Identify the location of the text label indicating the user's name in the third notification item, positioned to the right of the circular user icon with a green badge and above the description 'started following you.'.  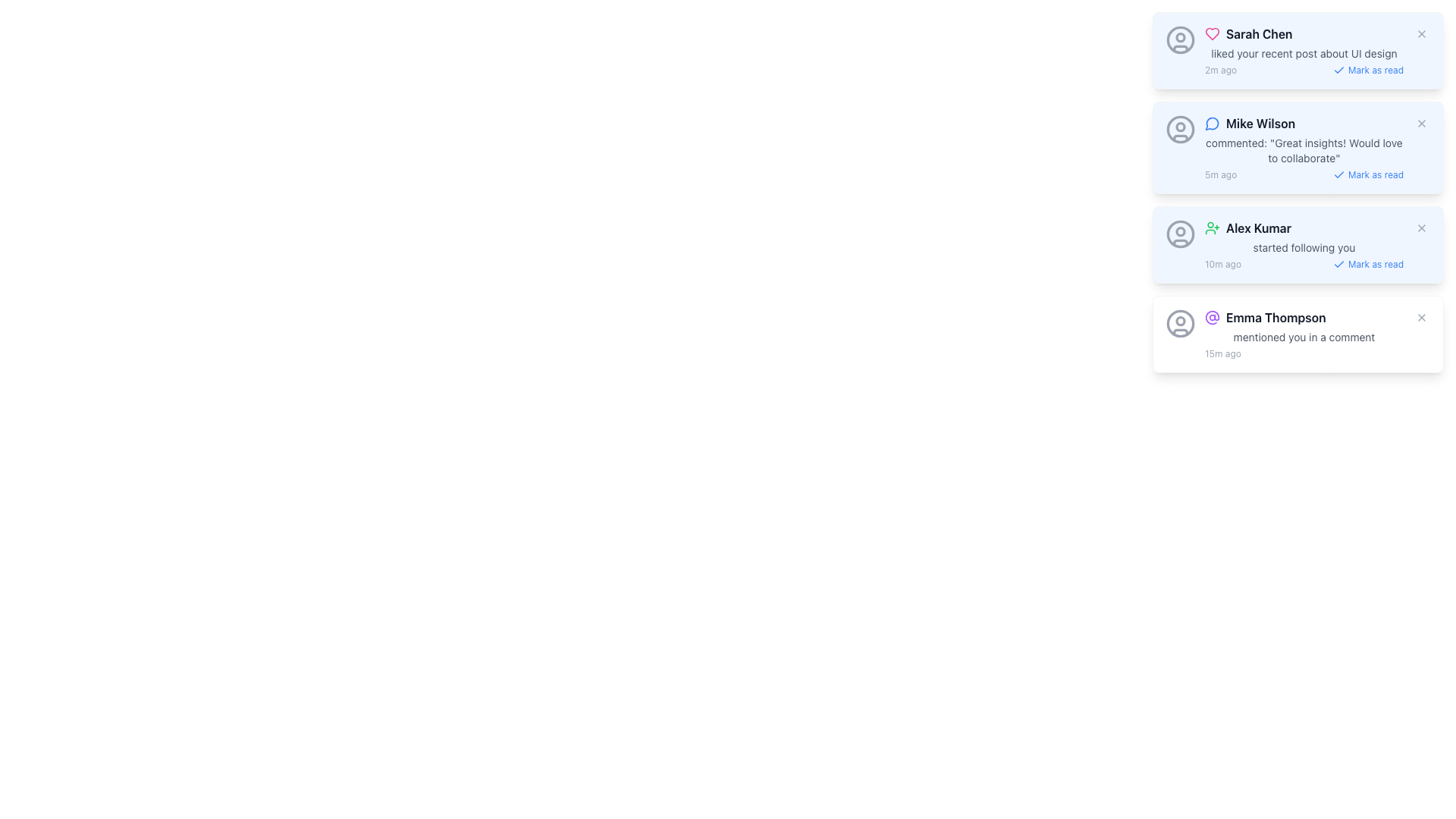
(1259, 227).